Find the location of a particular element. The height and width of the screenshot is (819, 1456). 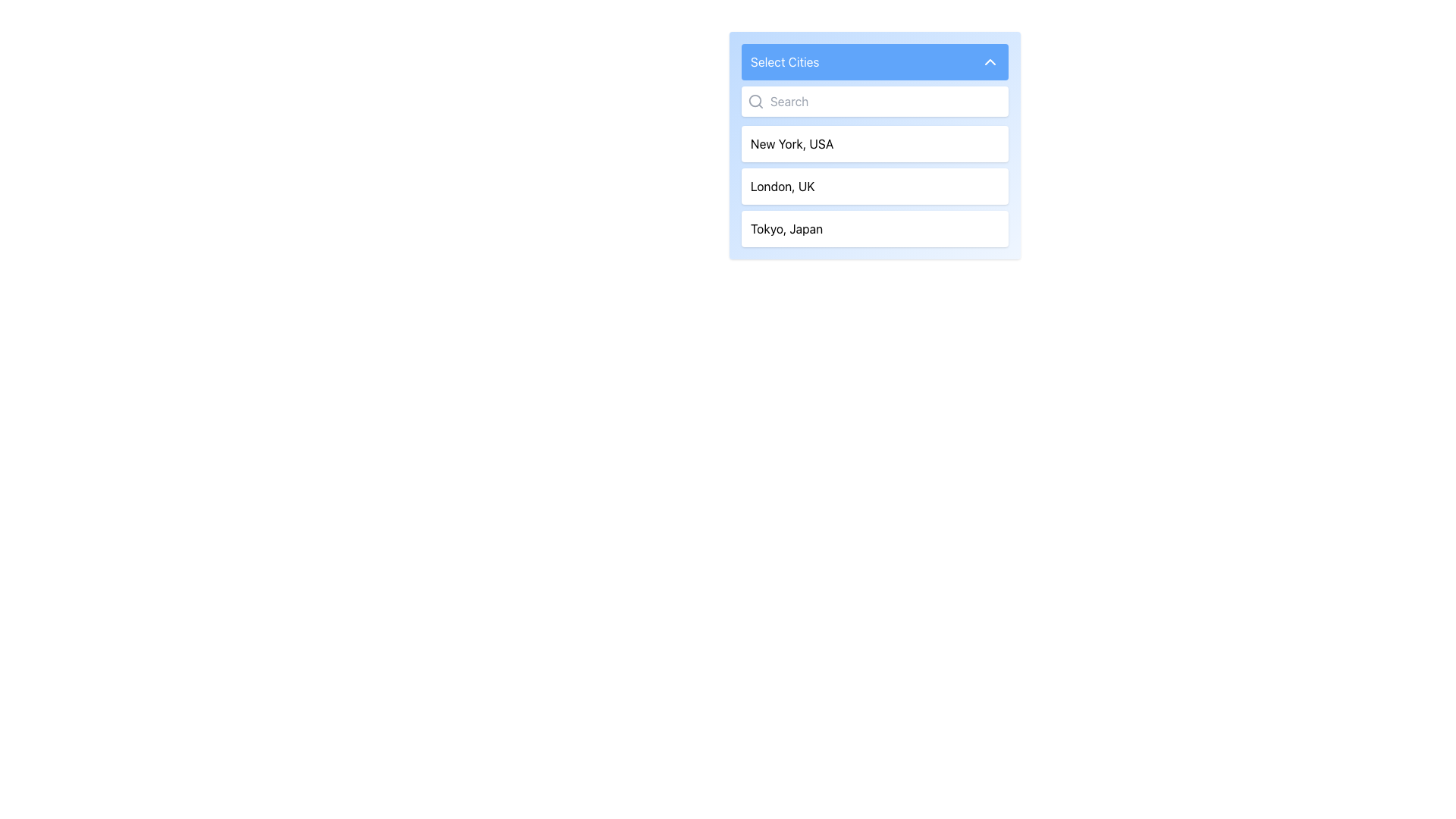

the second item in the dropdown list, which is 'London, UK' is located at coordinates (874, 186).